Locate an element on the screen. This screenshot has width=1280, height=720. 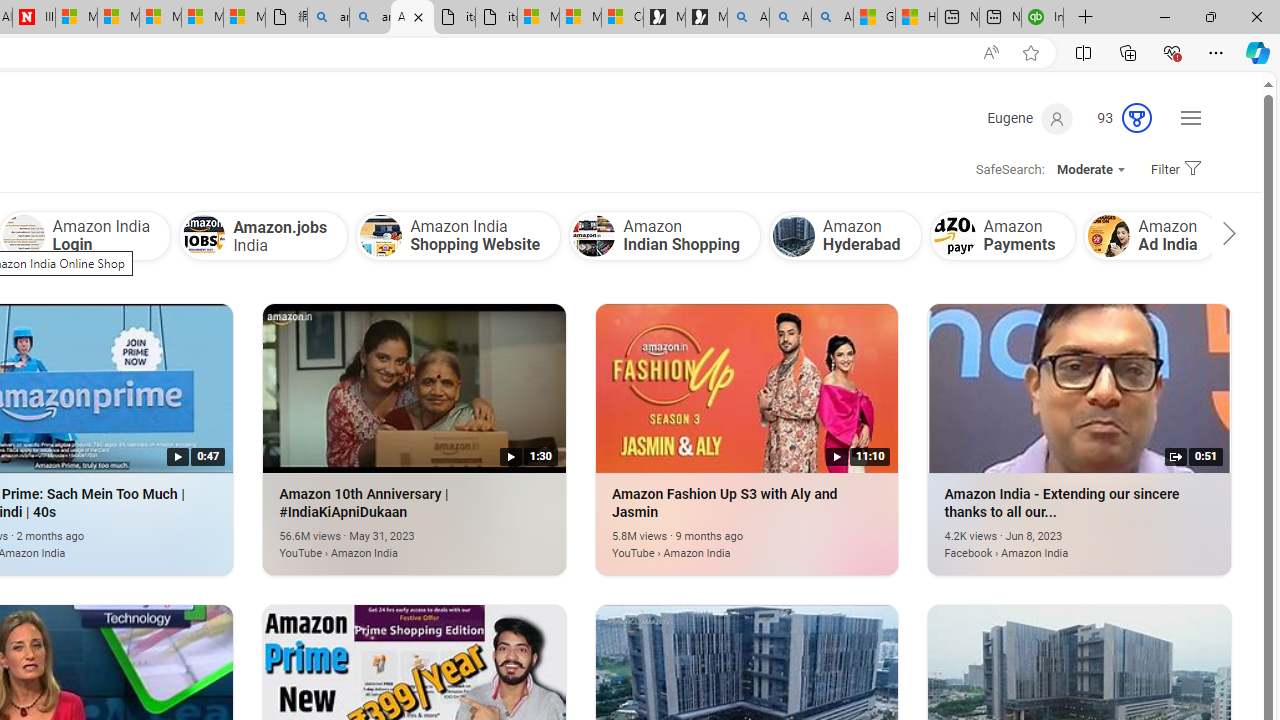
'SafeSearch:' is located at coordinates (1003, 168).